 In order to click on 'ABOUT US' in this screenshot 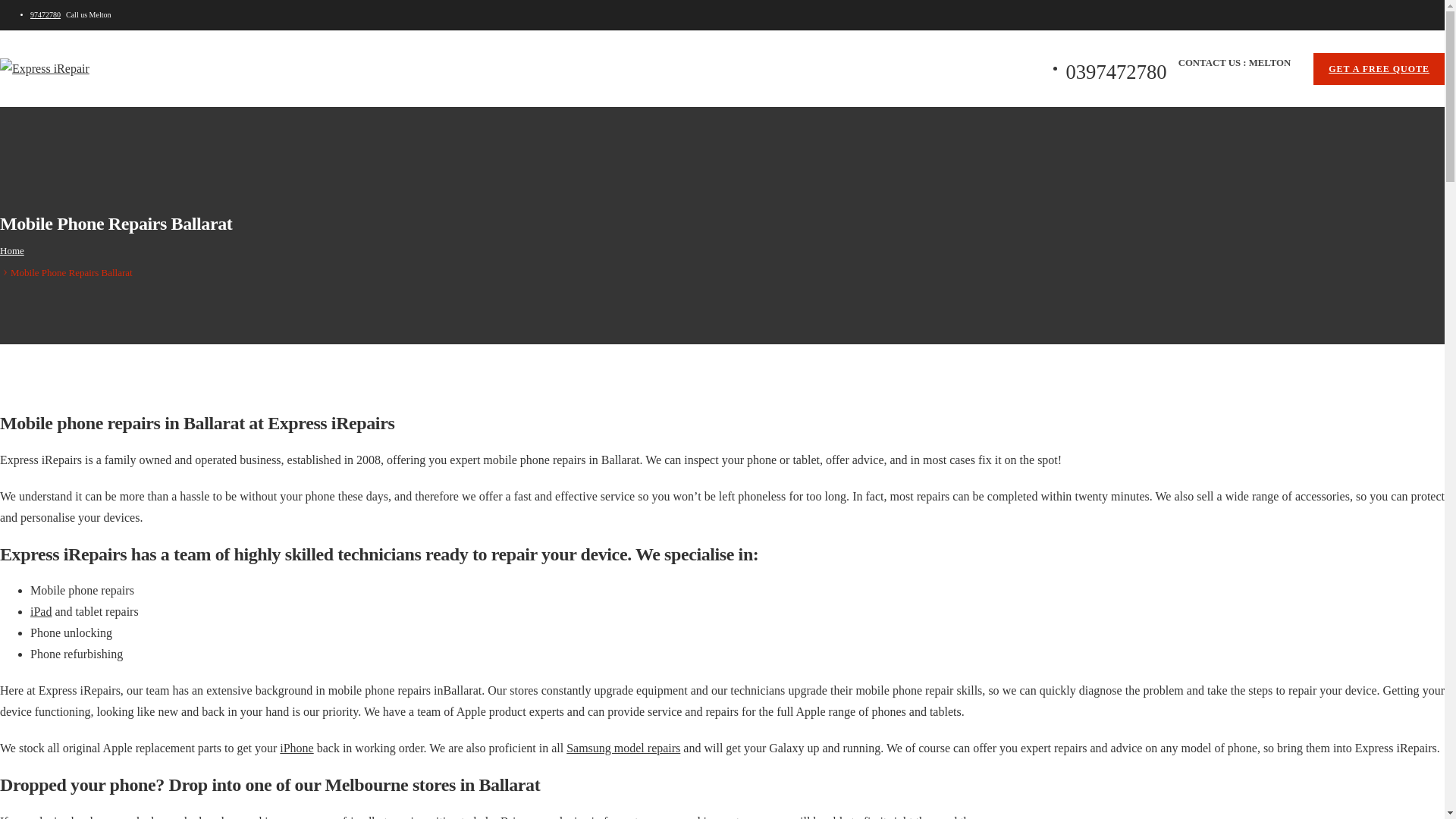, I will do `click(85, 128)`.